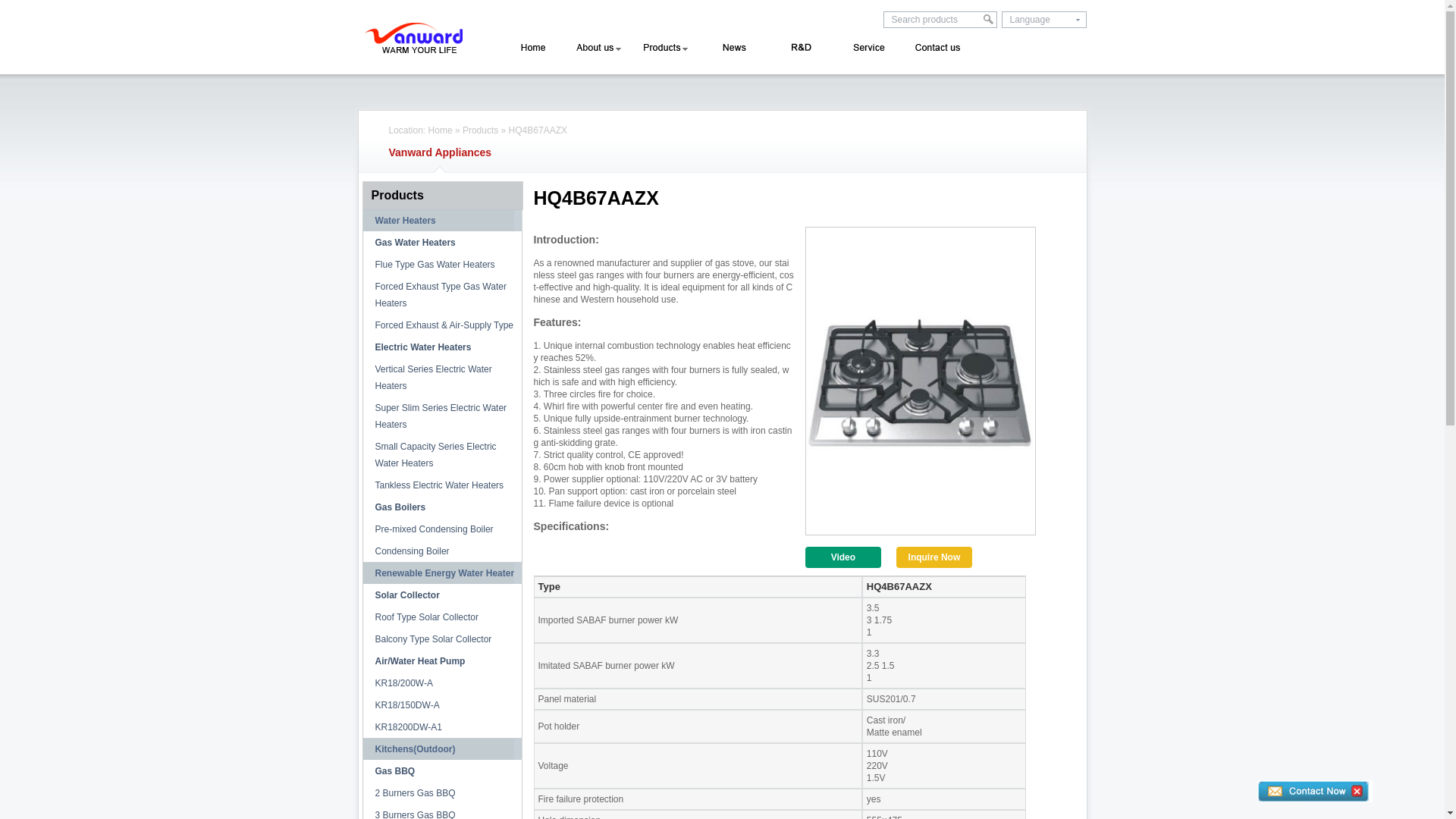 The image size is (1456, 819). What do you see at coordinates (729, 47) in the screenshot?
I see `'News'` at bounding box center [729, 47].